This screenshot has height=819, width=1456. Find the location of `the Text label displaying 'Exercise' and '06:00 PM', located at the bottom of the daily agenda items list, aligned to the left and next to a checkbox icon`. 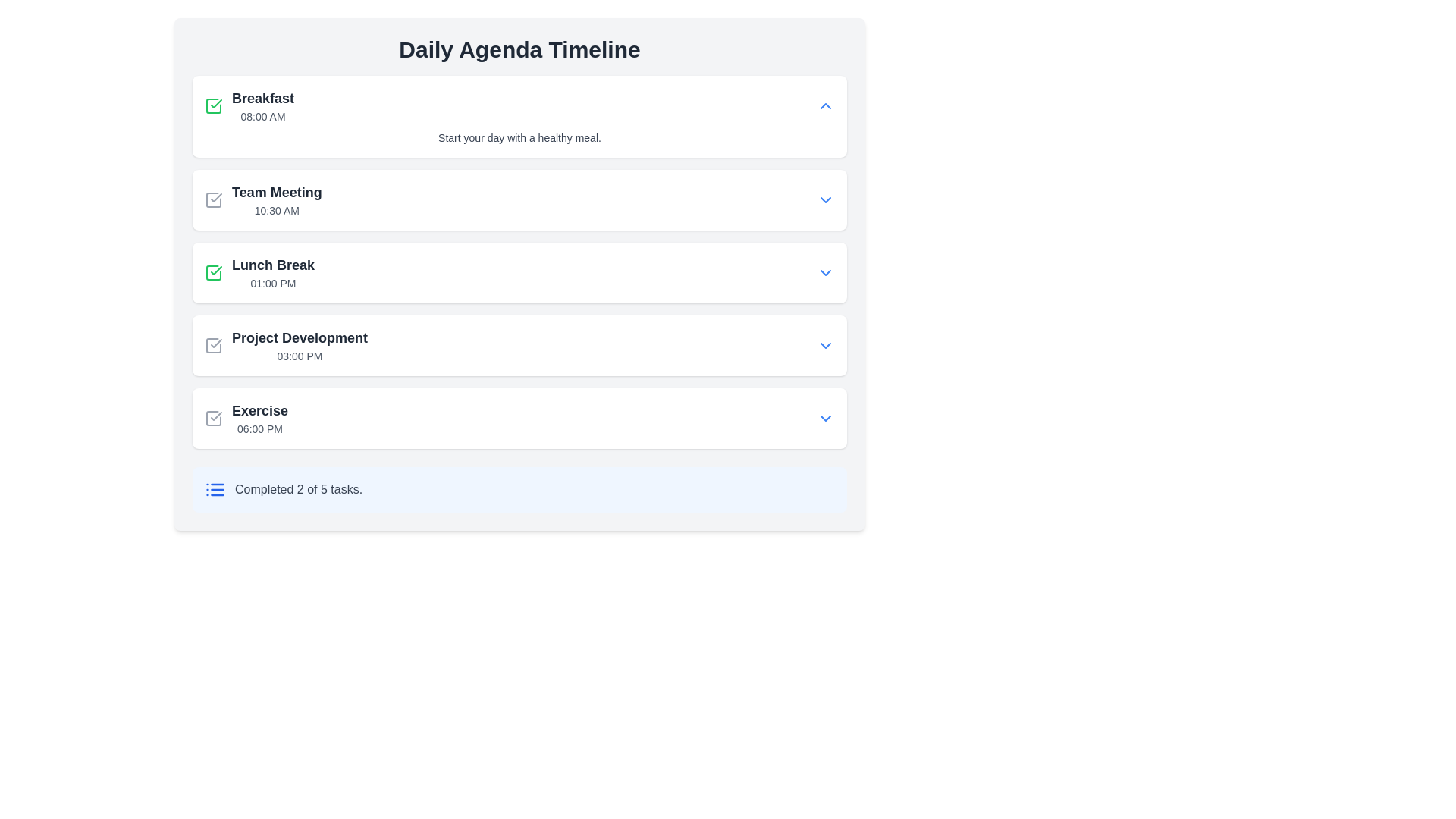

the Text label displaying 'Exercise' and '06:00 PM', located at the bottom of the daily agenda items list, aligned to the left and next to a checkbox icon is located at coordinates (260, 418).